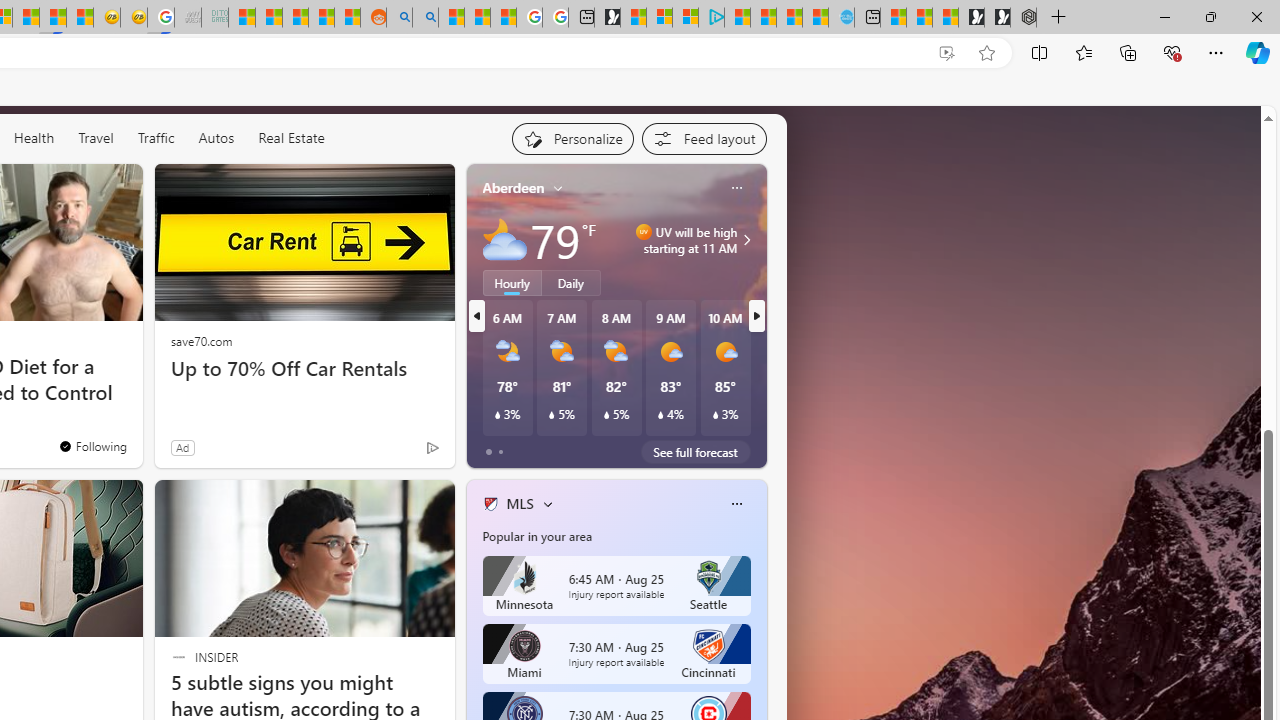 The width and height of the screenshot is (1280, 720). What do you see at coordinates (154, 136) in the screenshot?
I see `'Traffic'` at bounding box center [154, 136].